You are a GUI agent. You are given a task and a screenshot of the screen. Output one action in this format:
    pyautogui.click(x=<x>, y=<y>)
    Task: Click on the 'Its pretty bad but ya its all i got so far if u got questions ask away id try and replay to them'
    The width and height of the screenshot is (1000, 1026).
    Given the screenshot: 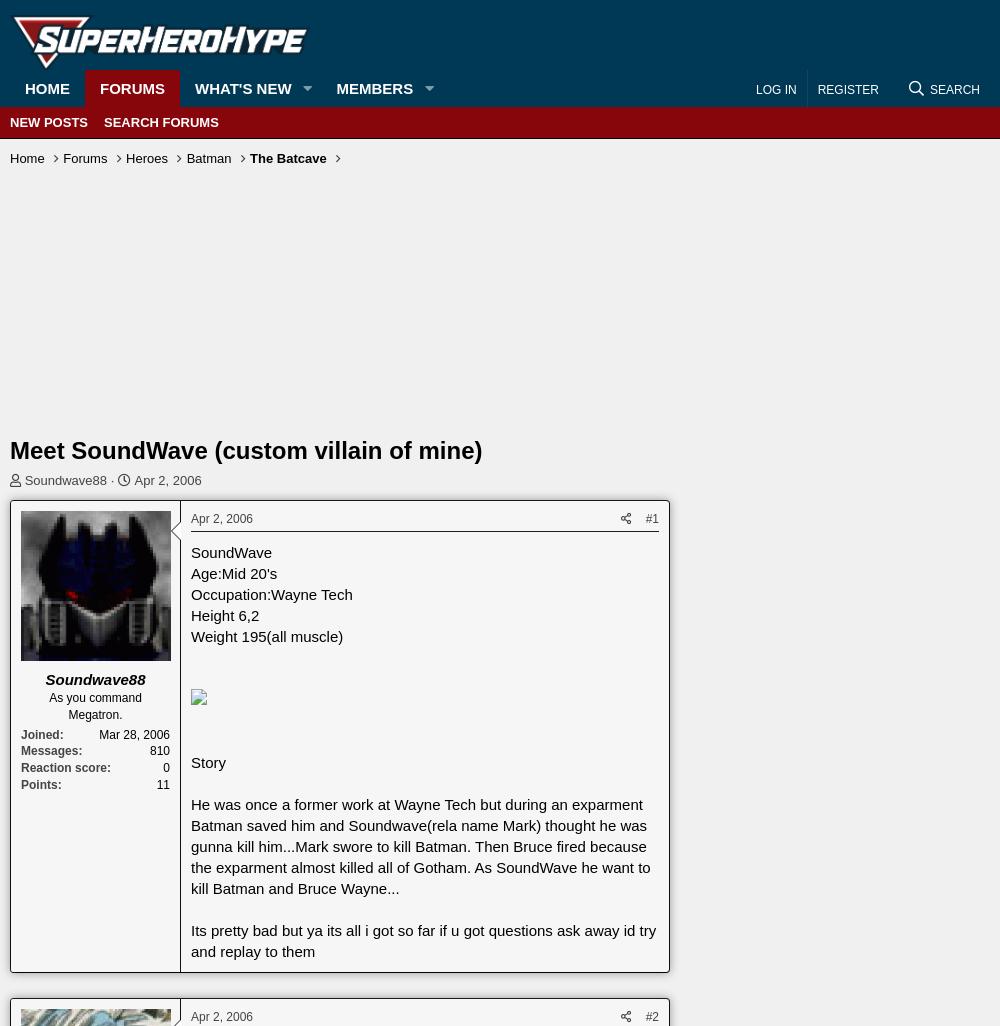 What is the action you would take?
    pyautogui.click(x=423, y=941)
    